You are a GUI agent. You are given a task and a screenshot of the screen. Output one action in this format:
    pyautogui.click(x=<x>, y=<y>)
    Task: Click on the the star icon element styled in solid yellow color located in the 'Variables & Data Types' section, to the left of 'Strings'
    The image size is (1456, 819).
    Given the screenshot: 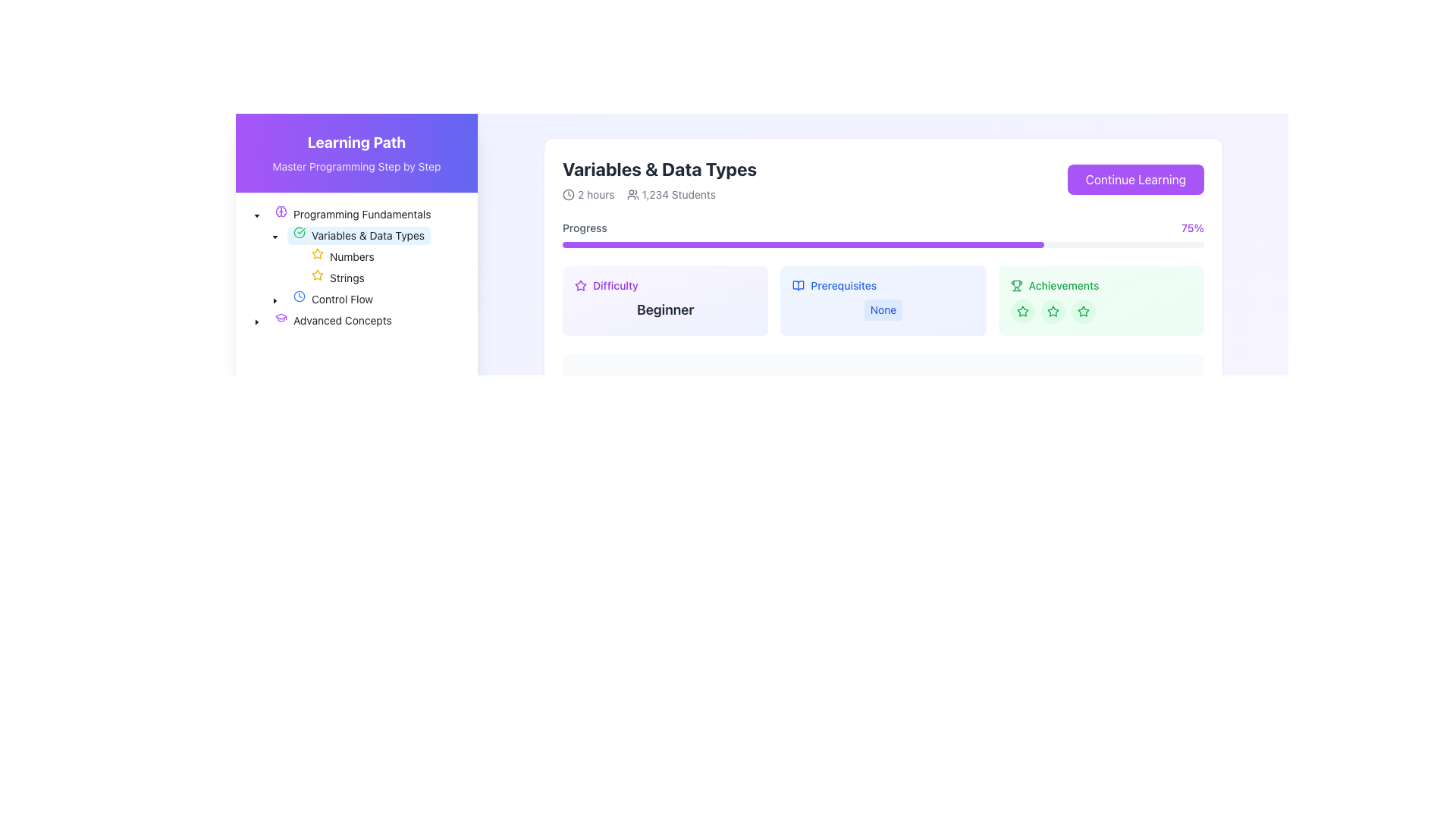 What is the action you would take?
    pyautogui.click(x=316, y=253)
    